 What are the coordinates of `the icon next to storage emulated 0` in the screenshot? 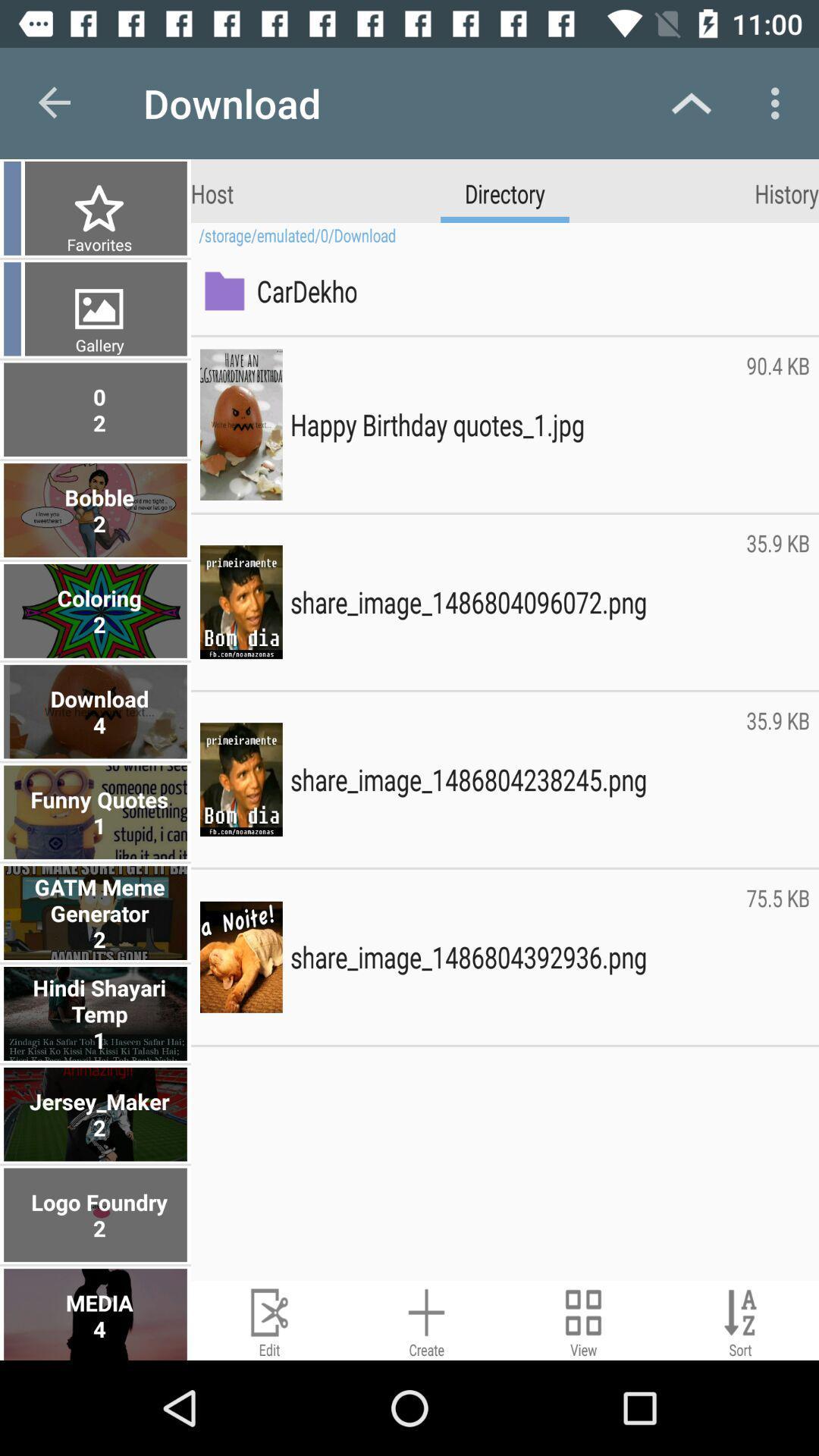 It's located at (97, 244).